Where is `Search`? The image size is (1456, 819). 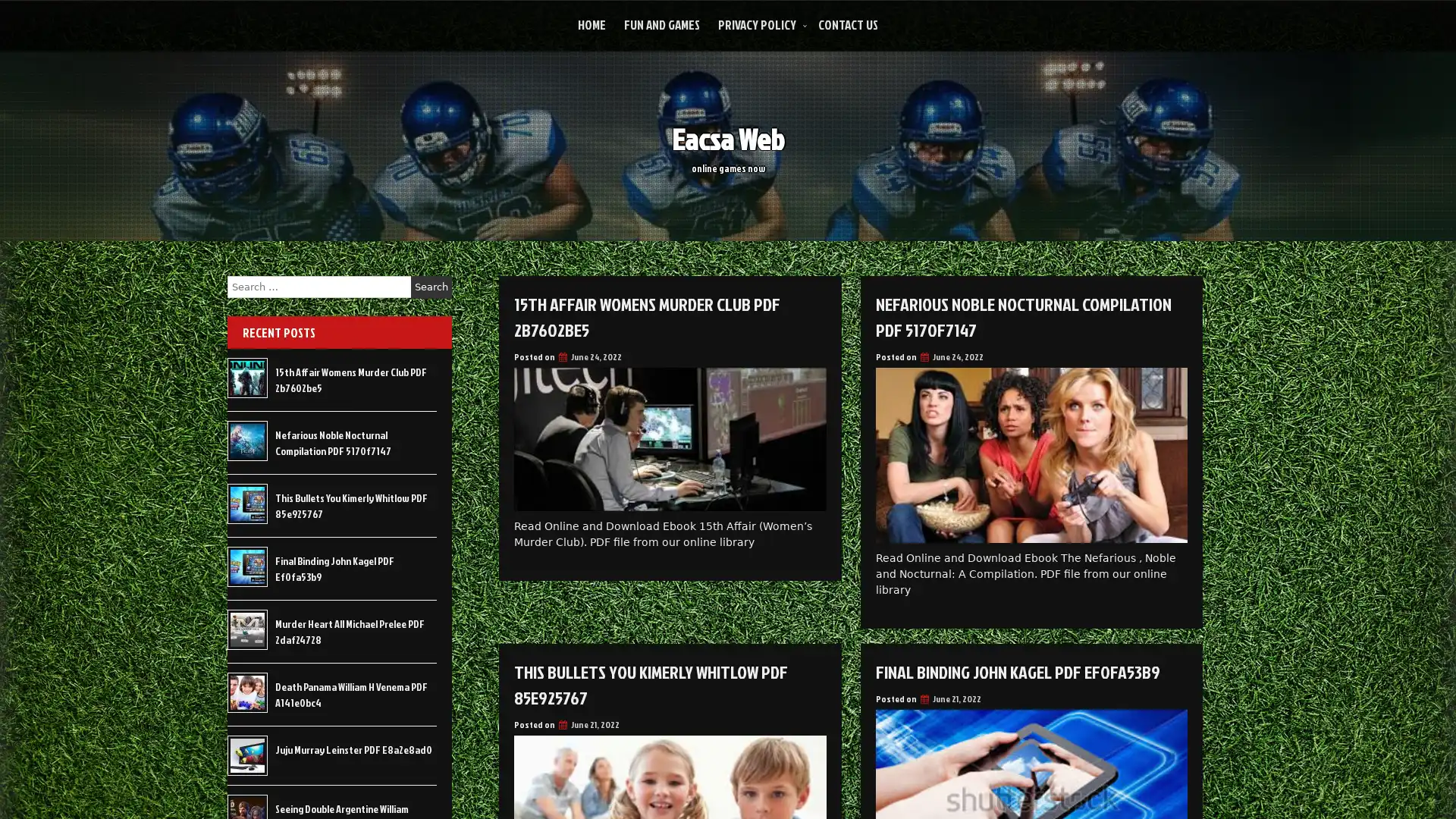 Search is located at coordinates (431, 287).